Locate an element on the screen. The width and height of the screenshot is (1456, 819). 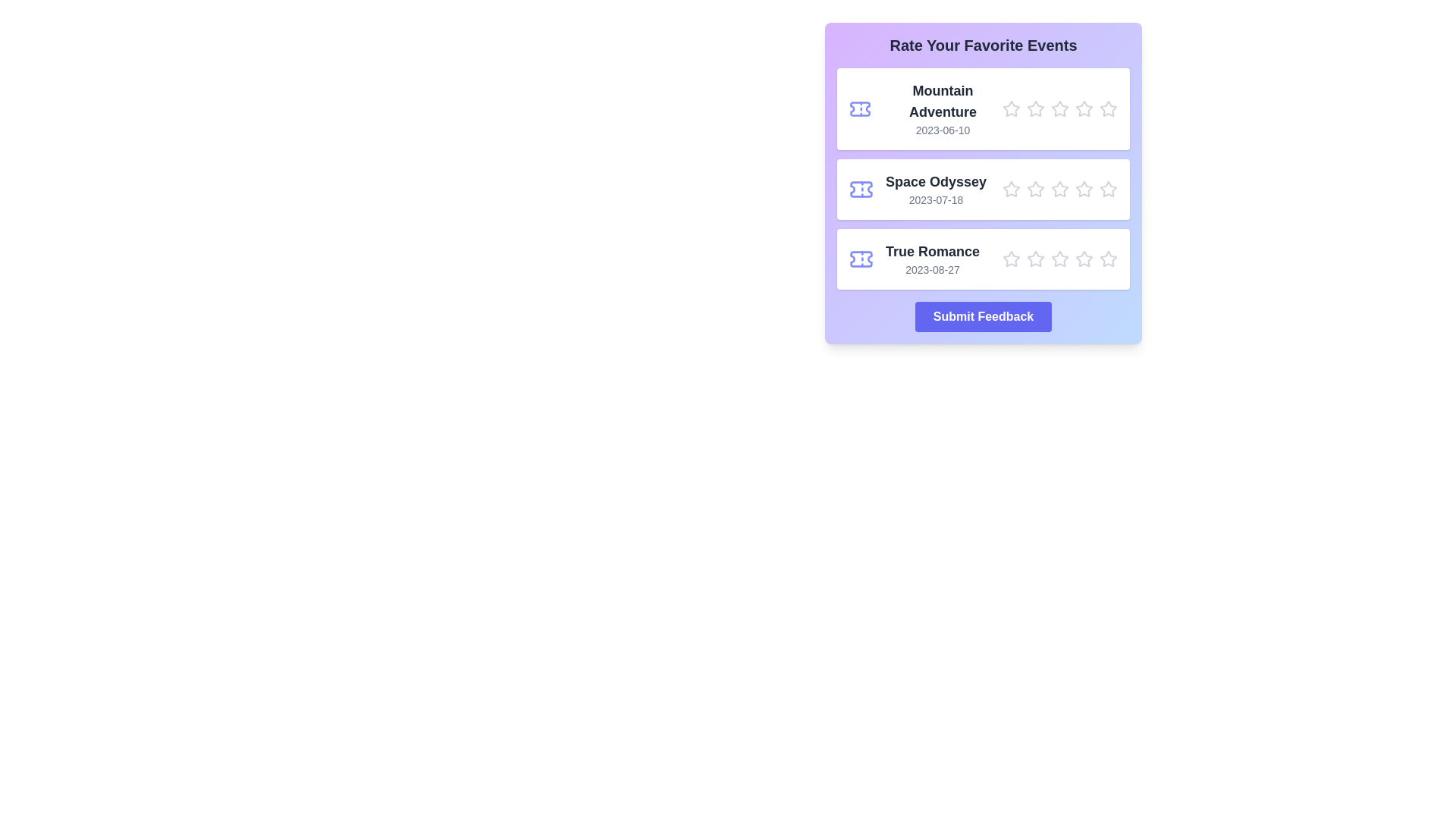
the star corresponding to the rating 5 for the movie Space Odyssey is located at coordinates (1109, 189).